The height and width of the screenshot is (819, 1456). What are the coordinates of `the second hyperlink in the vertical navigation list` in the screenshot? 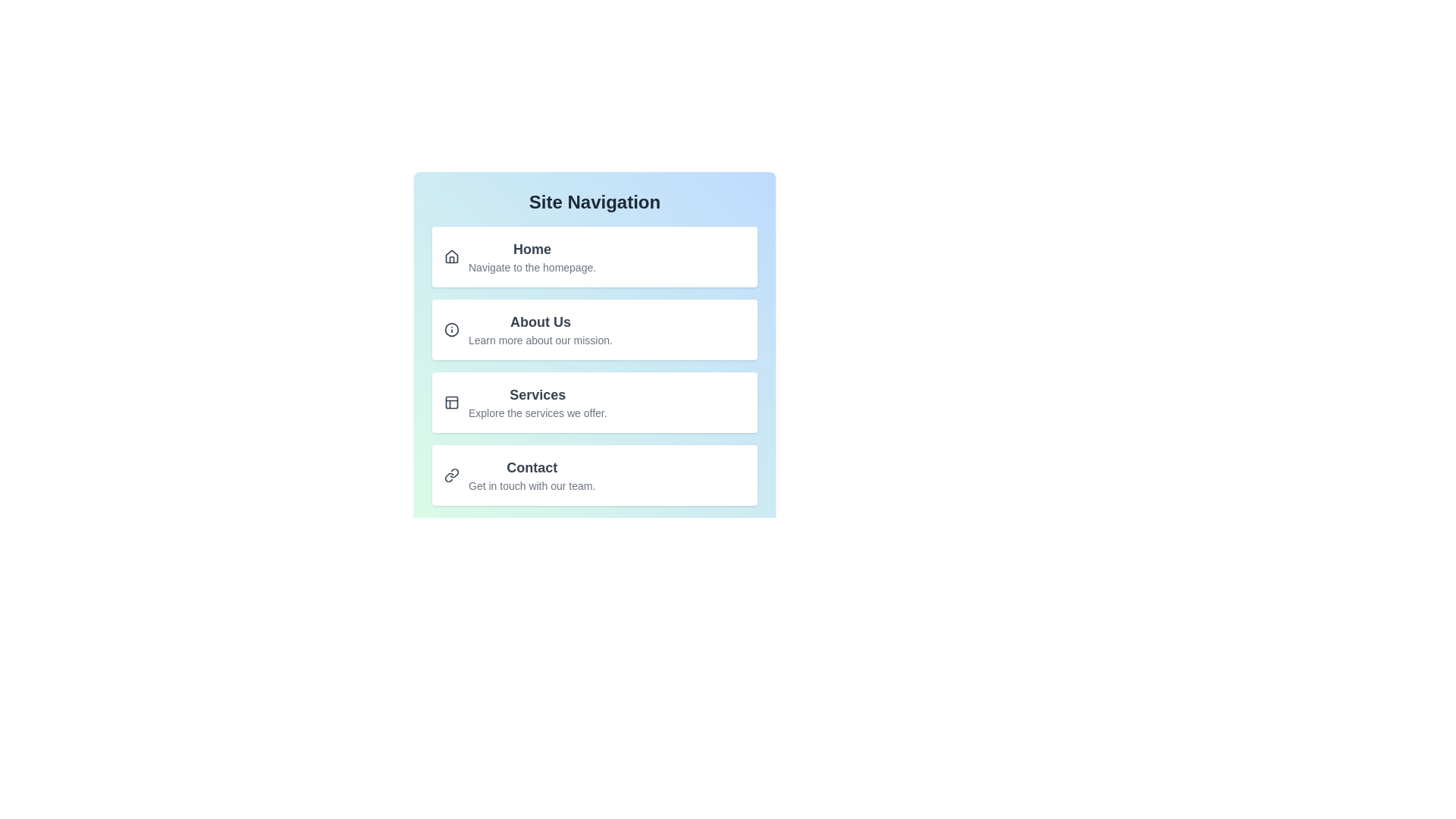 It's located at (594, 335).